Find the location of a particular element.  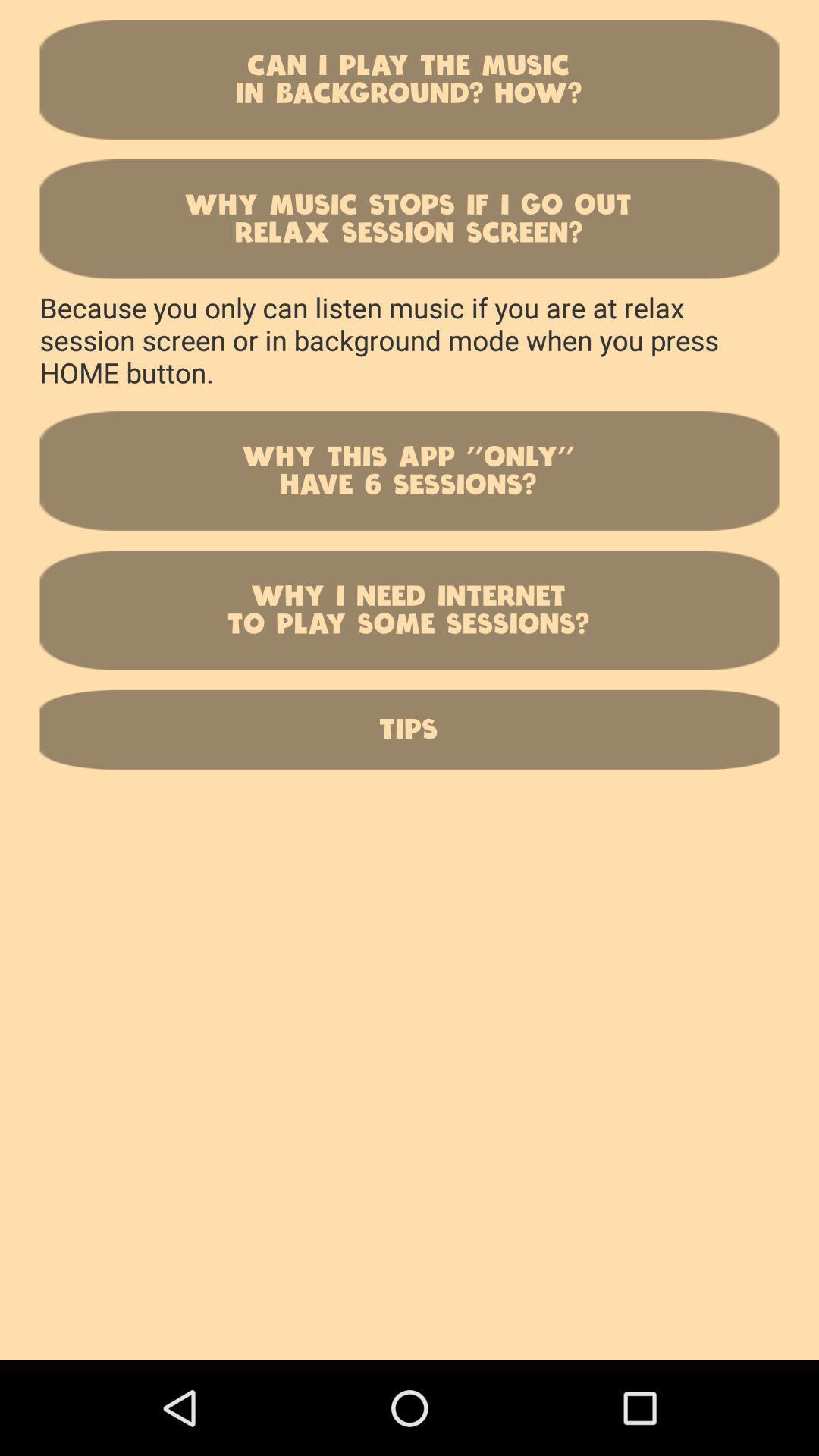

the app below because you only item is located at coordinates (409, 469).